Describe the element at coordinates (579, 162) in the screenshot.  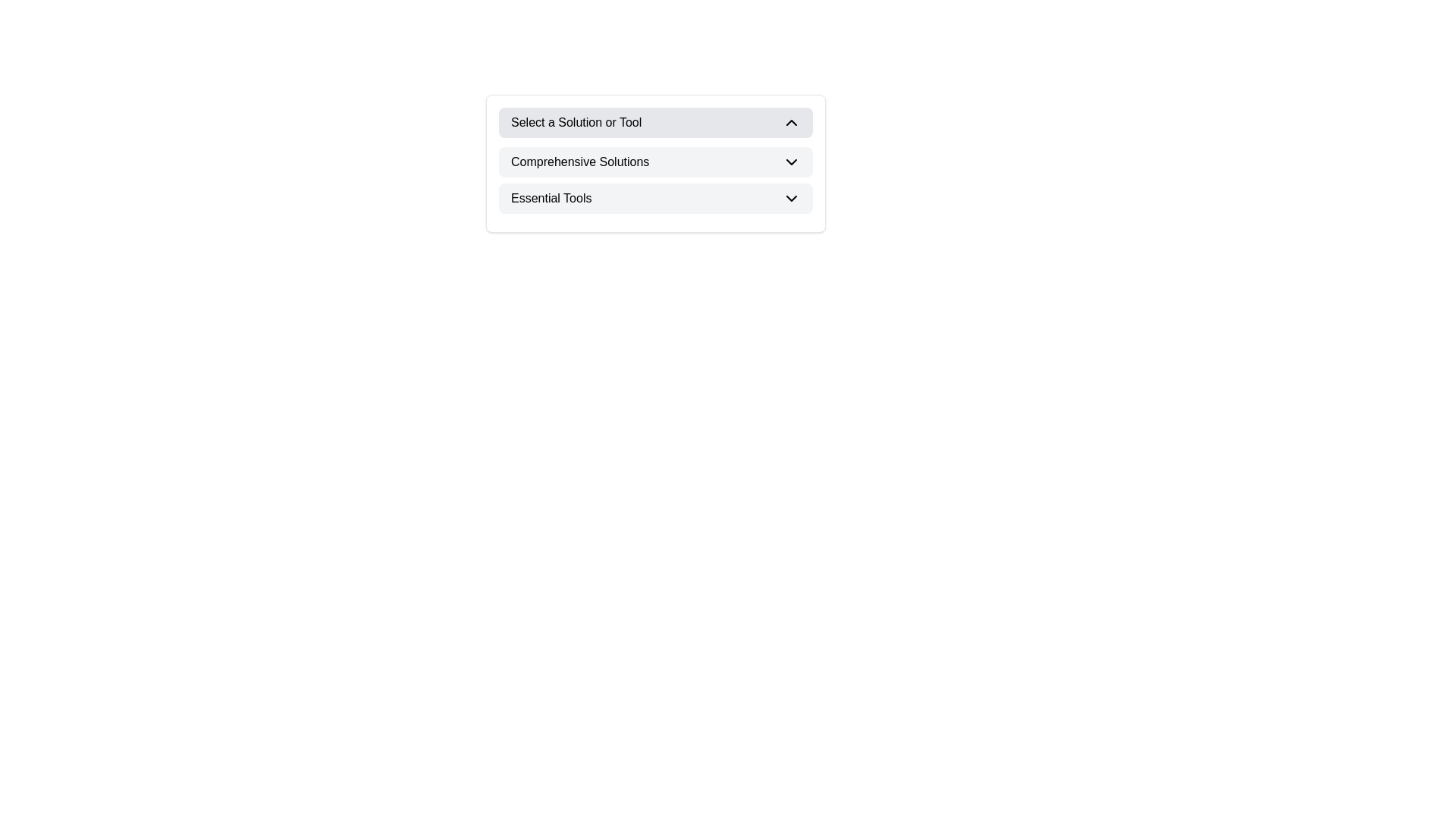
I see `the text label displaying 'Comprehensive Solutions' which is positioned in a vertical list below 'Select a Solution or Tool' and above 'Essential Tools'` at that location.